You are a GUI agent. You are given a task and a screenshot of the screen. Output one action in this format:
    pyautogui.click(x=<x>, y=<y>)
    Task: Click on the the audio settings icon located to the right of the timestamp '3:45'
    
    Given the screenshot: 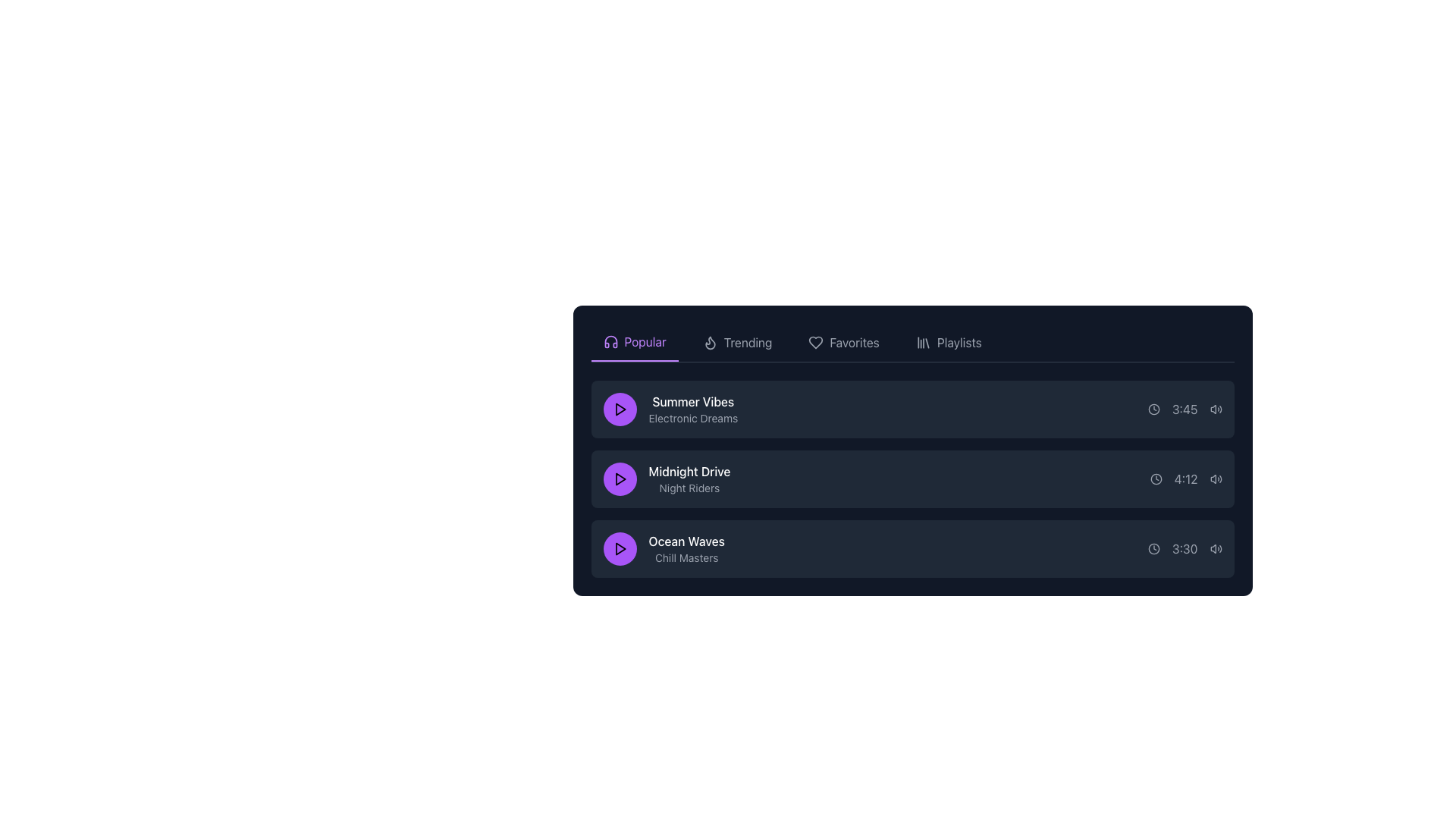 What is the action you would take?
    pyautogui.click(x=1216, y=409)
    